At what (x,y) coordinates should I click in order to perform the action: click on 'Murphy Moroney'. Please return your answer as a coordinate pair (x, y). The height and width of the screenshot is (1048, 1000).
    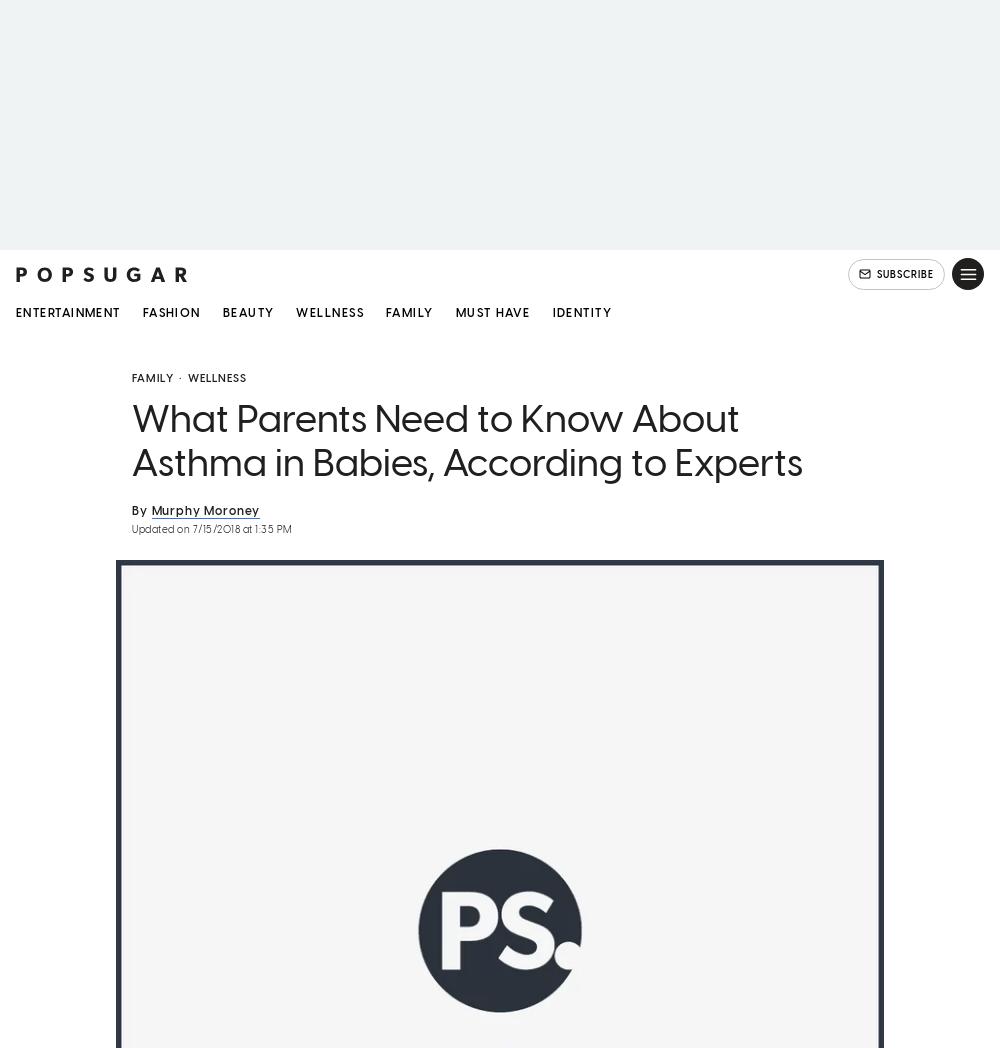
    Looking at the image, I should click on (151, 511).